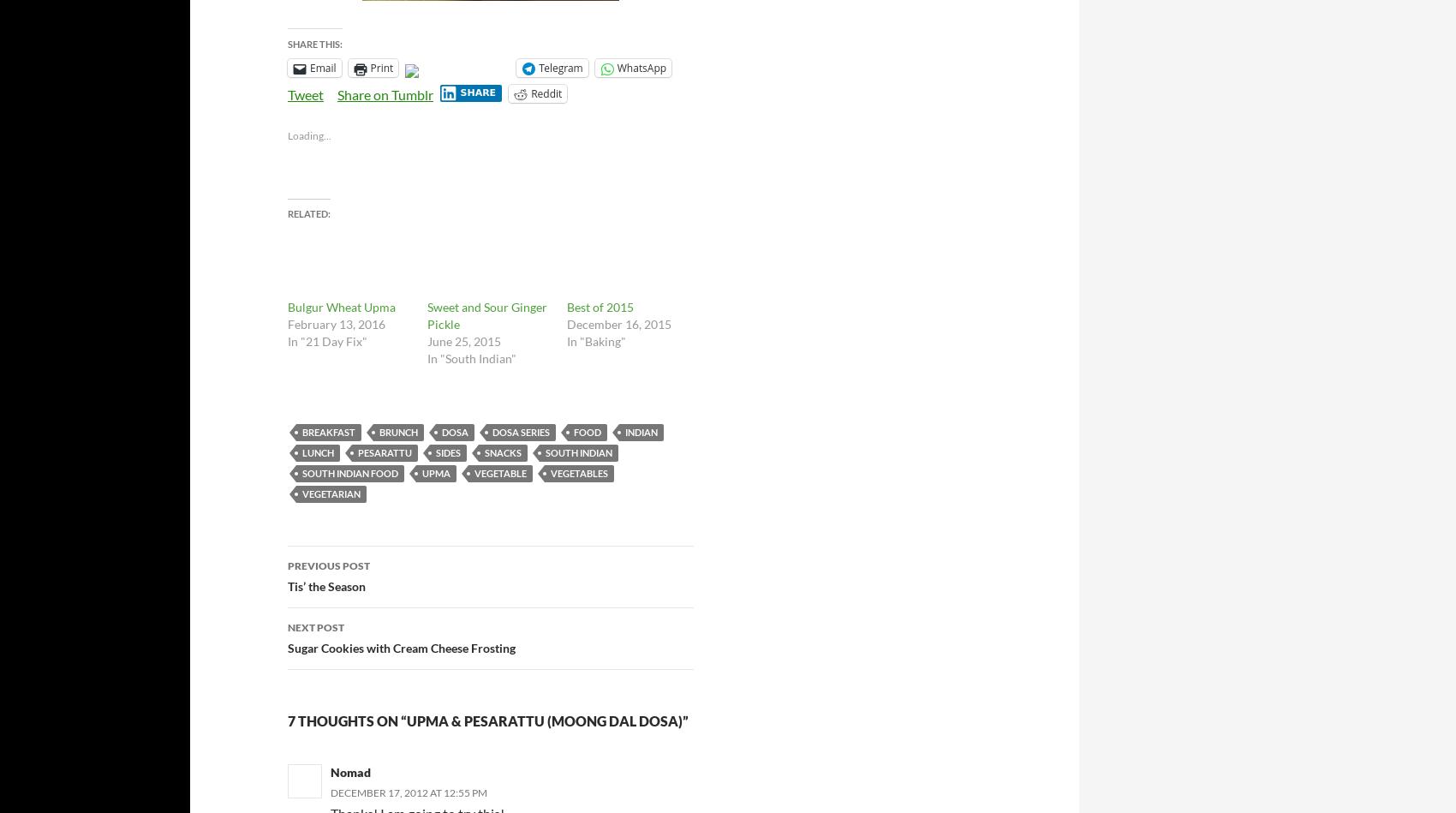 Image resolution: width=1456 pixels, height=813 pixels. I want to click on 'Previous Post', so click(286, 565).